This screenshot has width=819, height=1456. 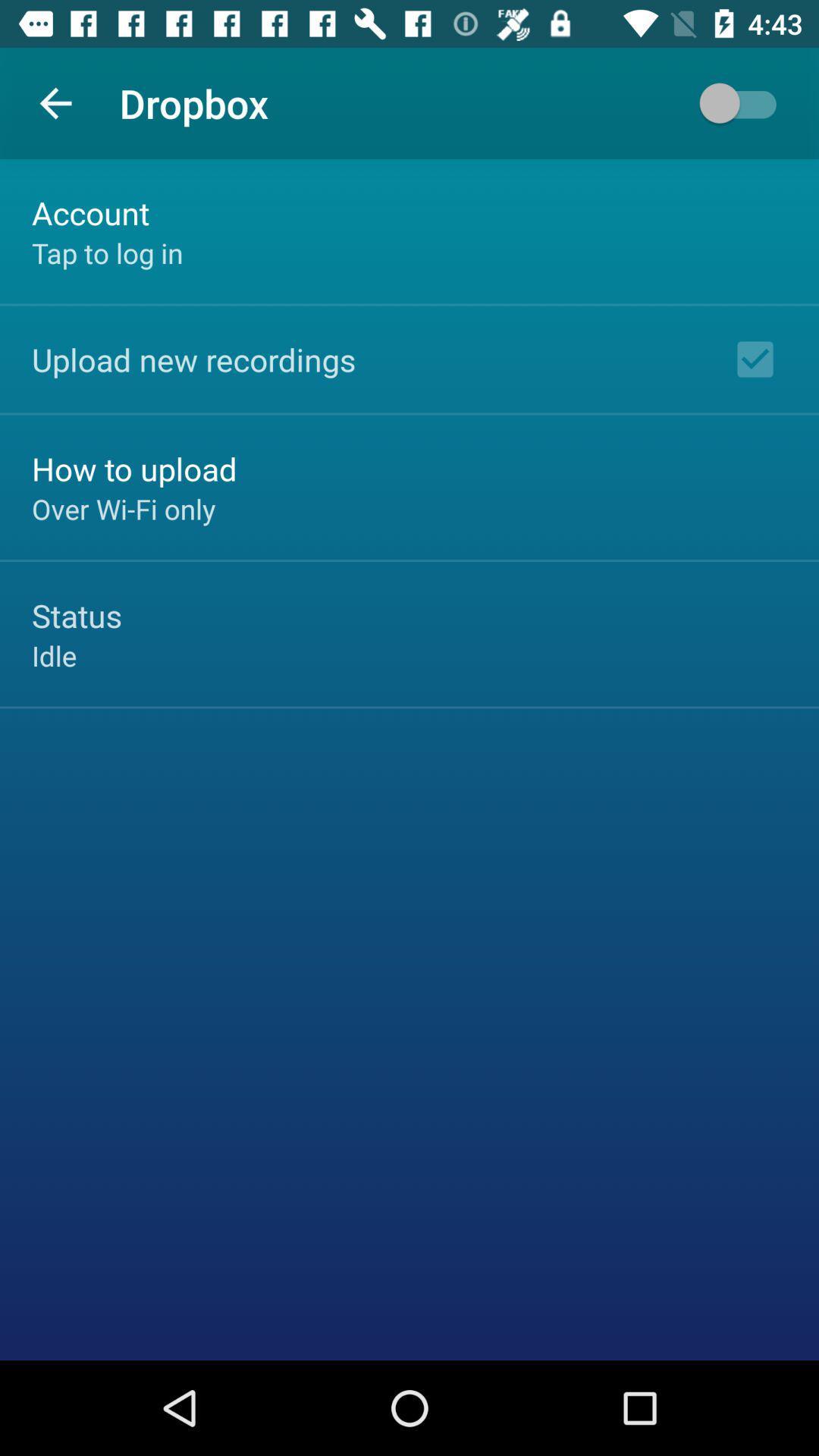 I want to click on the account, so click(x=90, y=212).